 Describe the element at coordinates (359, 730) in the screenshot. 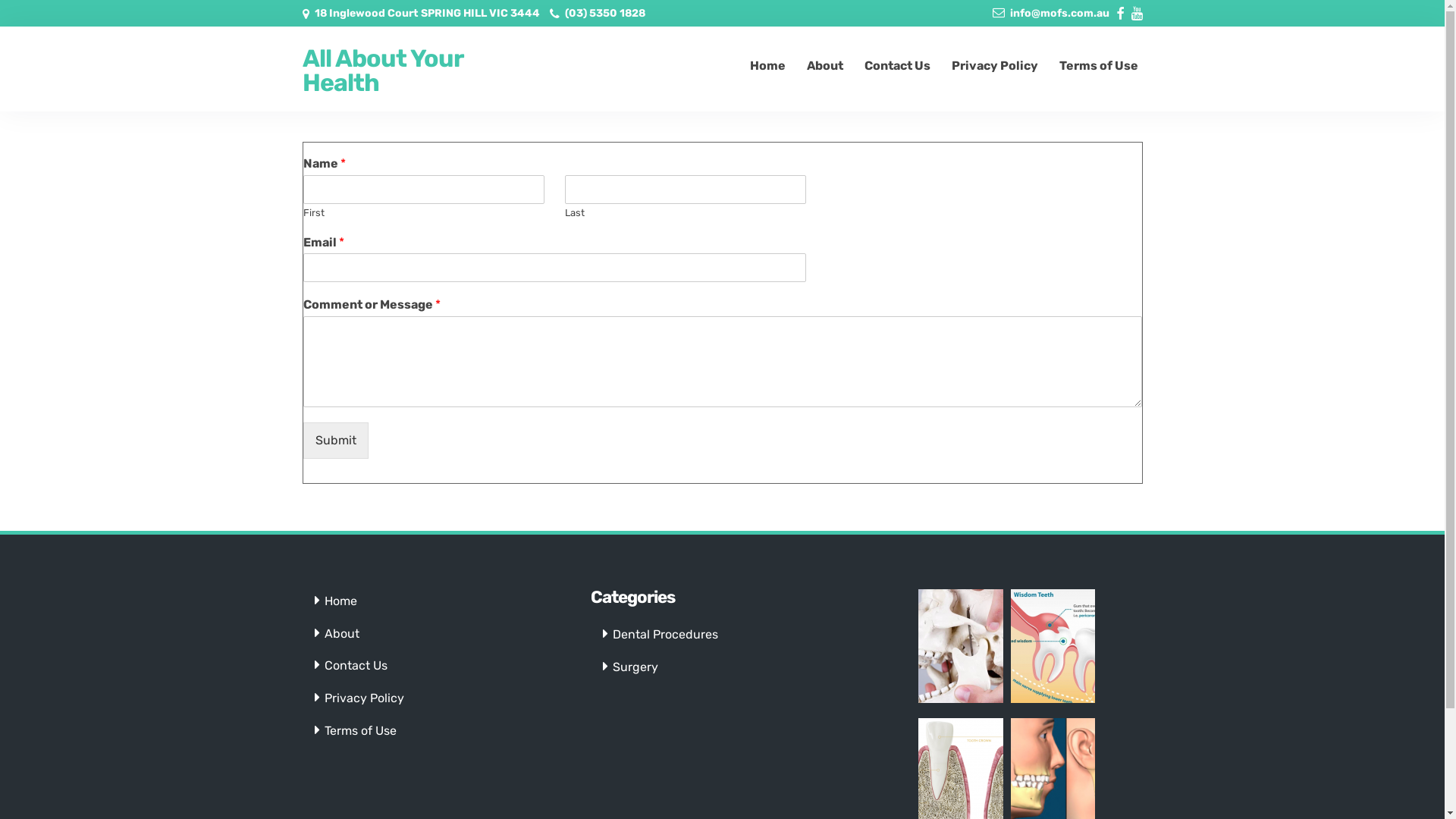

I see `'Terms of Use'` at that location.